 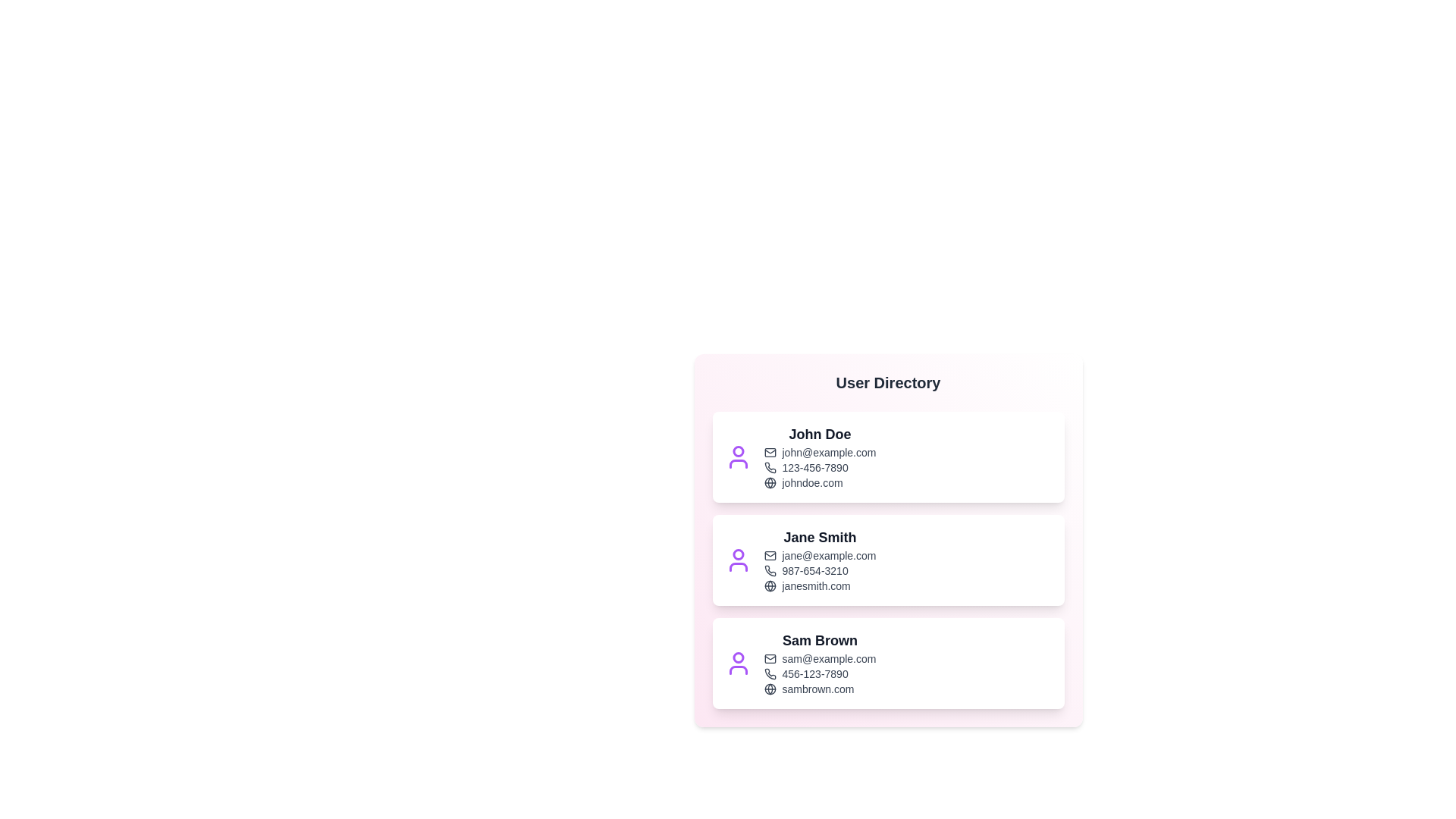 I want to click on the email address of John Doe, so click(x=819, y=452).